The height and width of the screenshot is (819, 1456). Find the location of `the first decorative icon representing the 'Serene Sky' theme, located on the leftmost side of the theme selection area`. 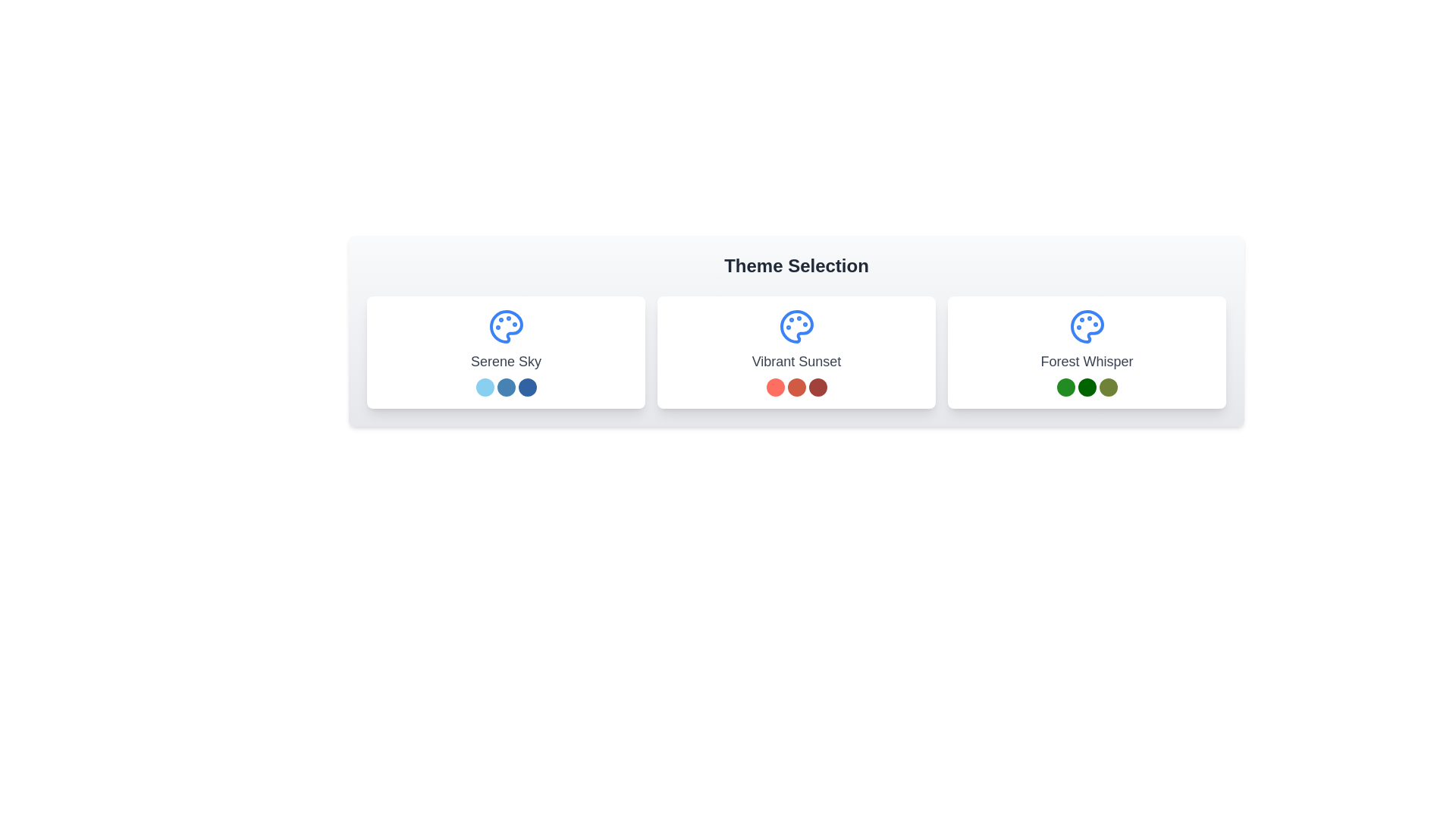

the first decorative icon representing the 'Serene Sky' theme, located on the leftmost side of the theme selection area is located at coordinates (506, 326).